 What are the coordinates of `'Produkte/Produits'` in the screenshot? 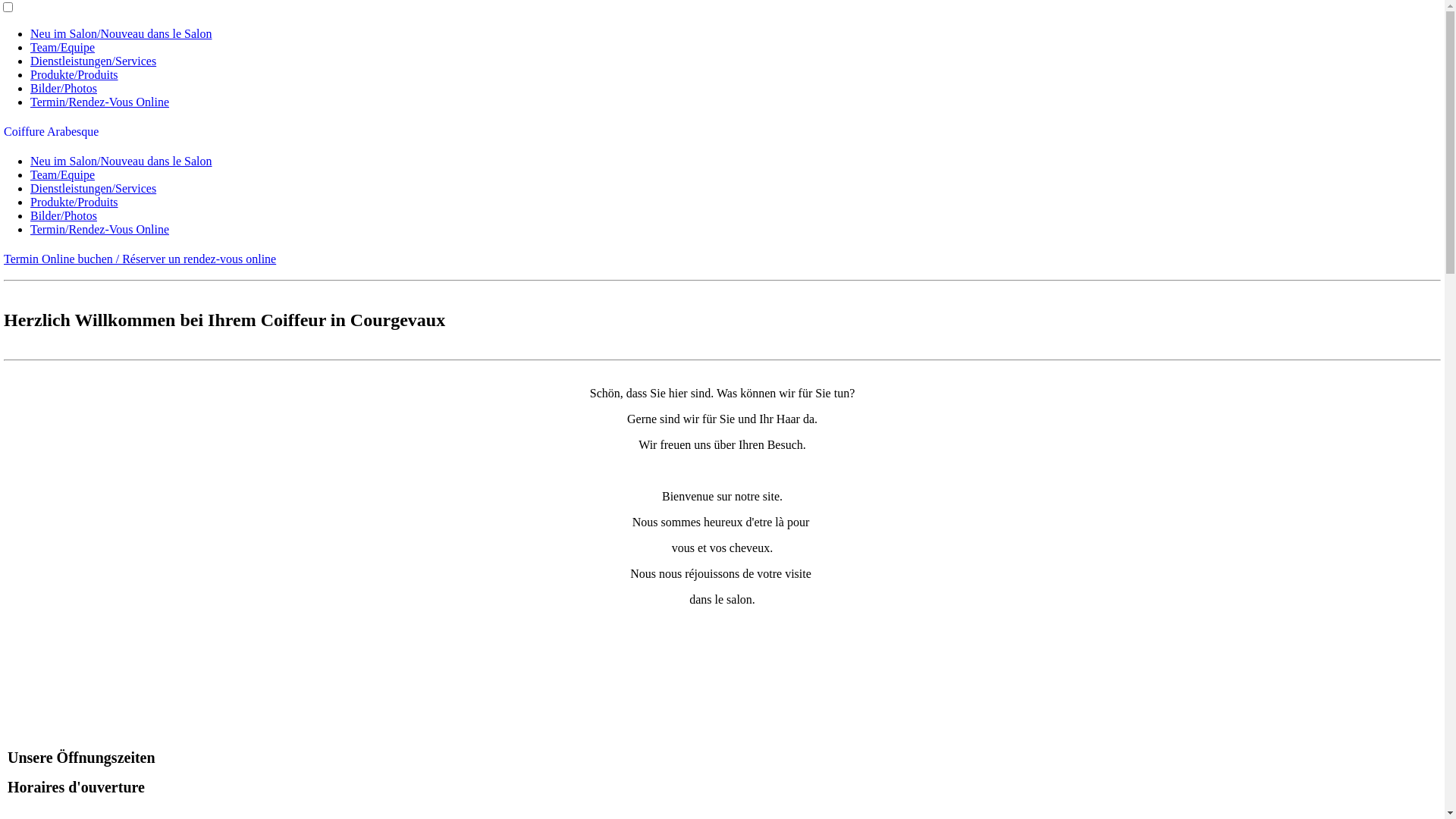 It's located at (30, 201).